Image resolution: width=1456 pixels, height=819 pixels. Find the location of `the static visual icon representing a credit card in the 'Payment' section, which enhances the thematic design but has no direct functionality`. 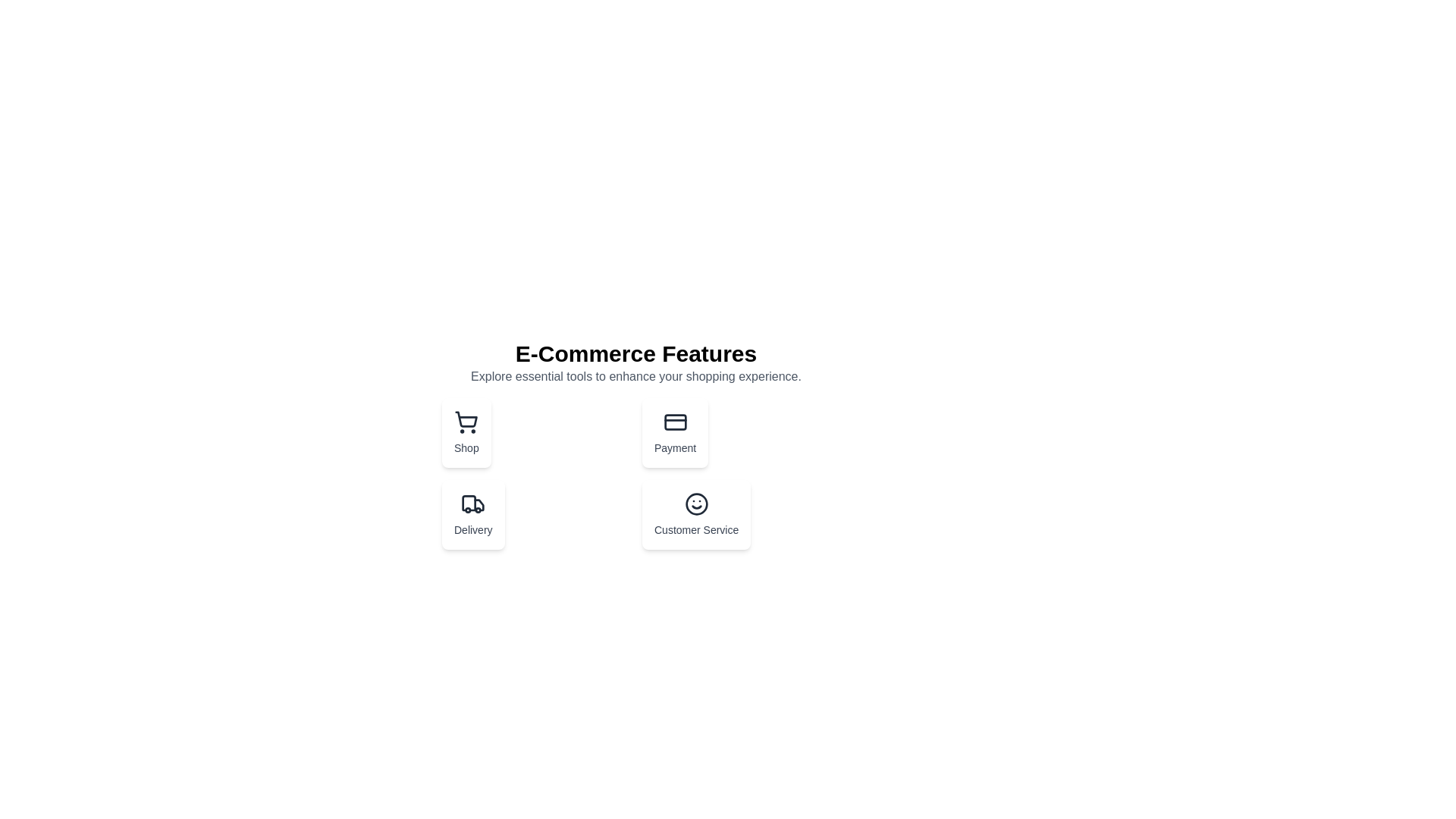

the static visual icon representing a credit card in the 'Payment' section, which enhances the thematic design but has no direct functionality is located at coordinates (674, 422).